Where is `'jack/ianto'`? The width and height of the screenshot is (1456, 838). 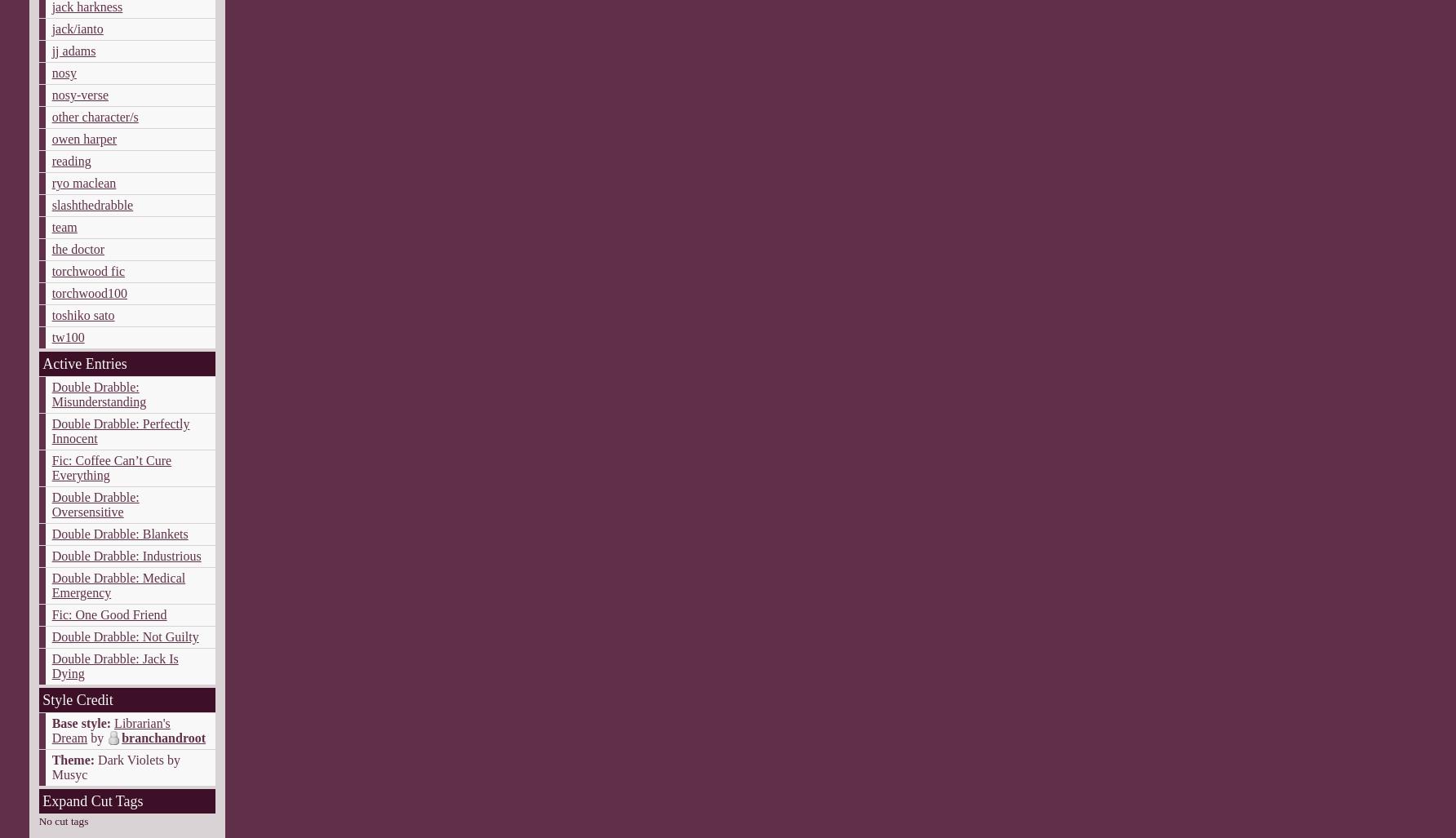
'jack/ianto' is located at coordinates (77, 29).